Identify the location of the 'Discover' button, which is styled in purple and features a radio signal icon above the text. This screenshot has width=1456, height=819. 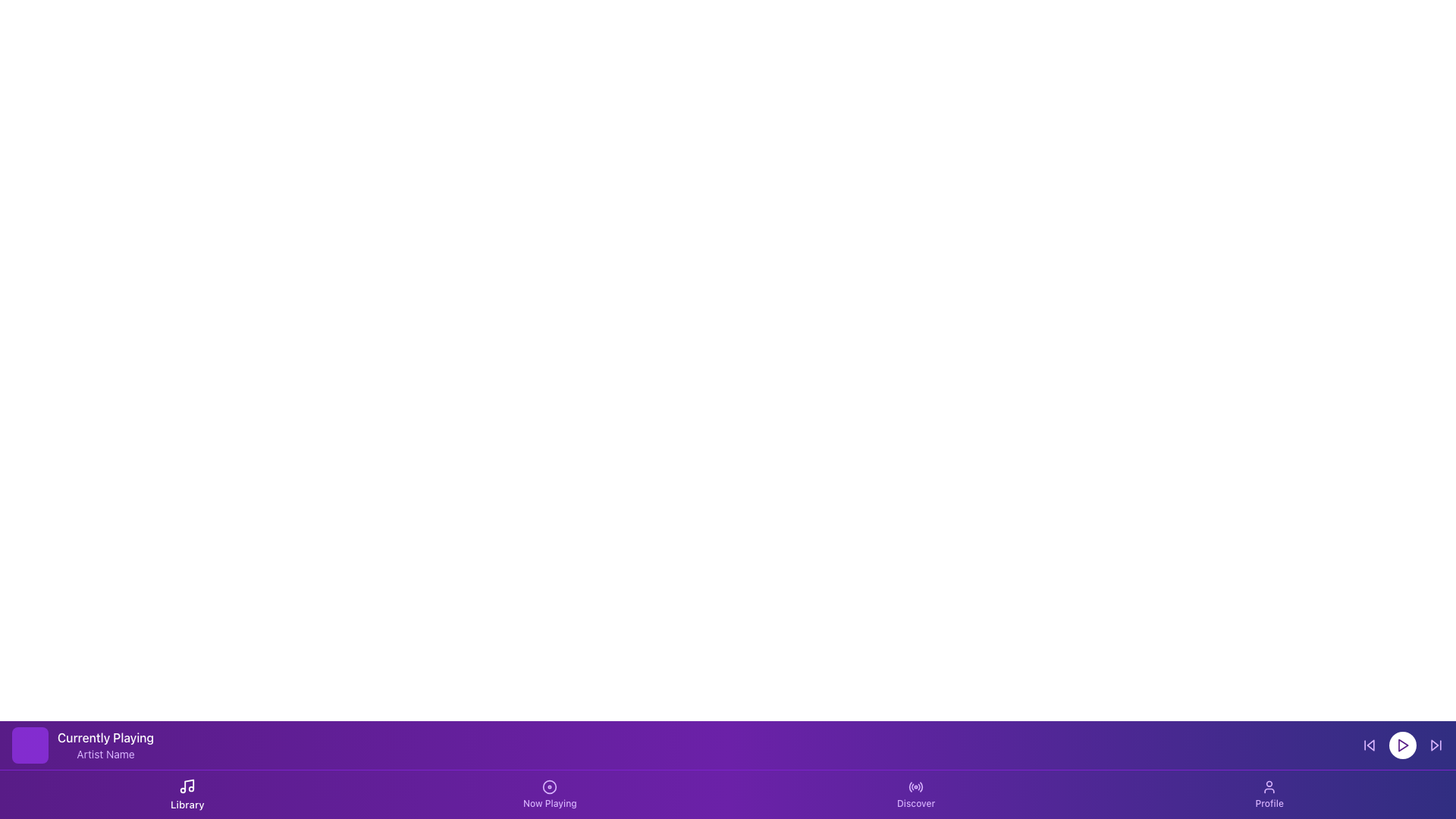
(915, 794).